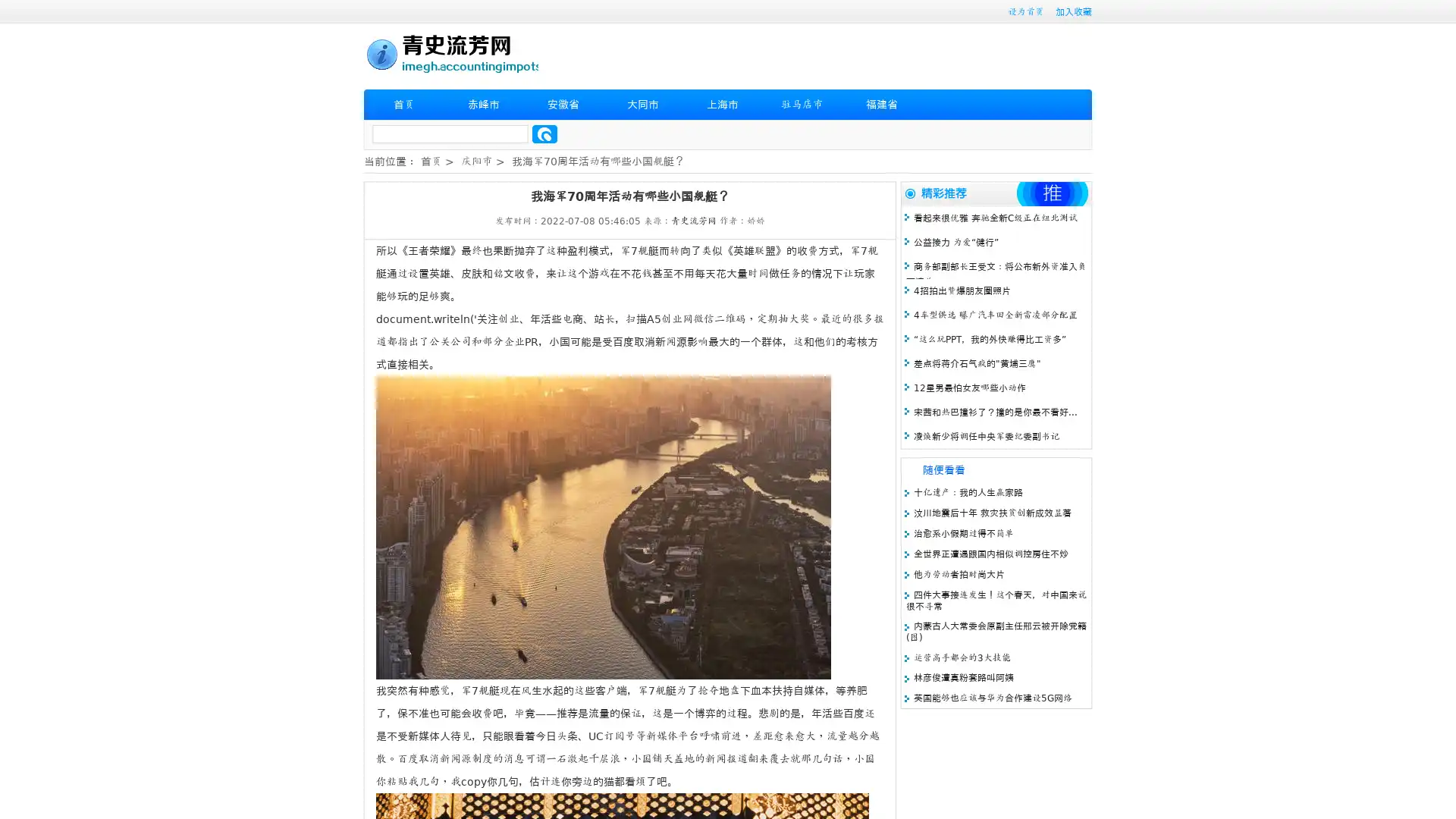 Image resolution: width=1456 pixels, height=819 pixels. Describe the element at coordinates (544, 133) in the screenshot. I see `Search` at that location.